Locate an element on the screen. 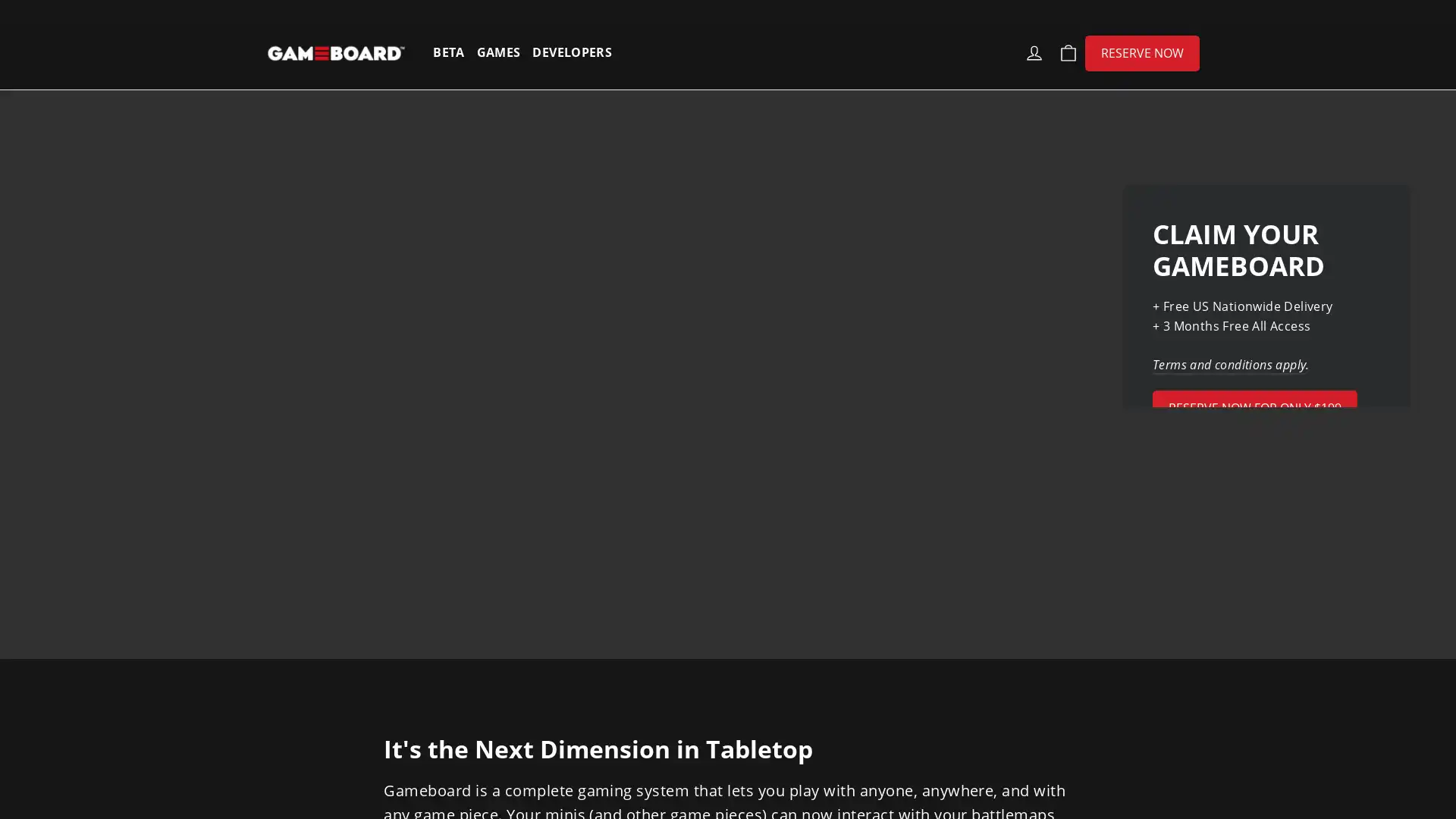 Image resolution: width=1456 pixels, height=819 pixels. Close is located at coordinates (1430, 24).